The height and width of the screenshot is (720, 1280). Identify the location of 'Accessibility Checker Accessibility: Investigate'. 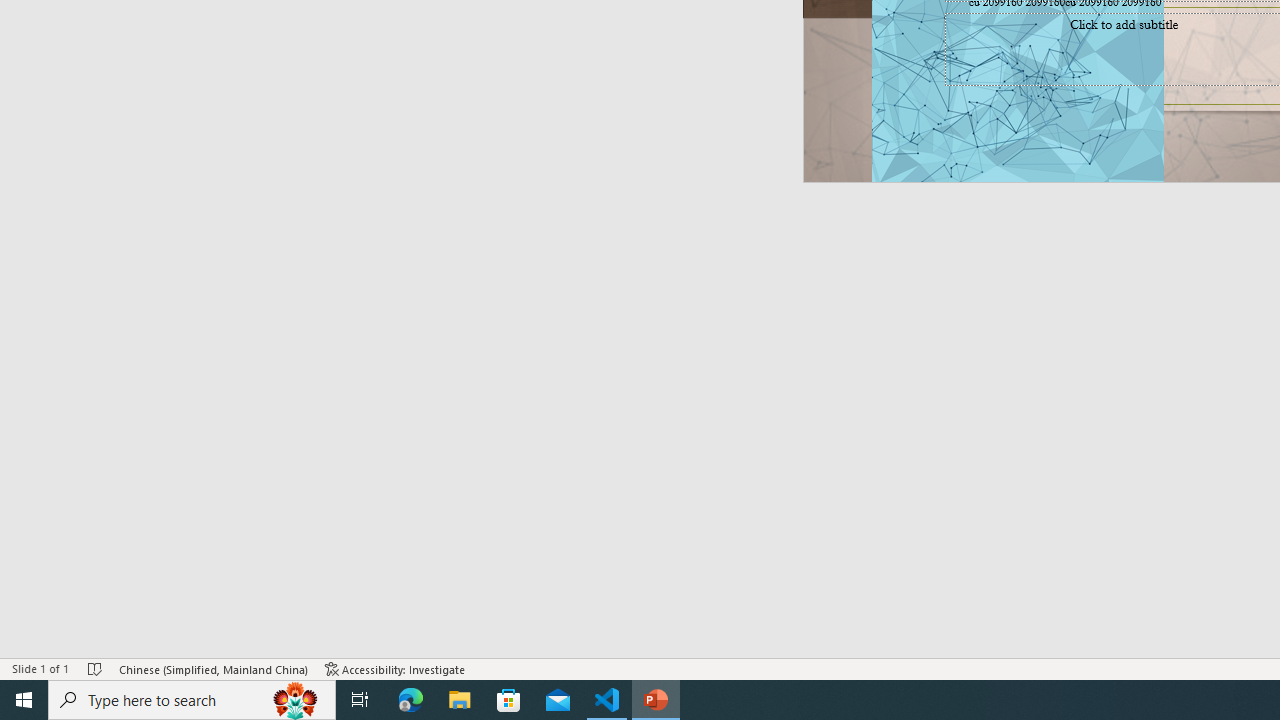
(395, 669).